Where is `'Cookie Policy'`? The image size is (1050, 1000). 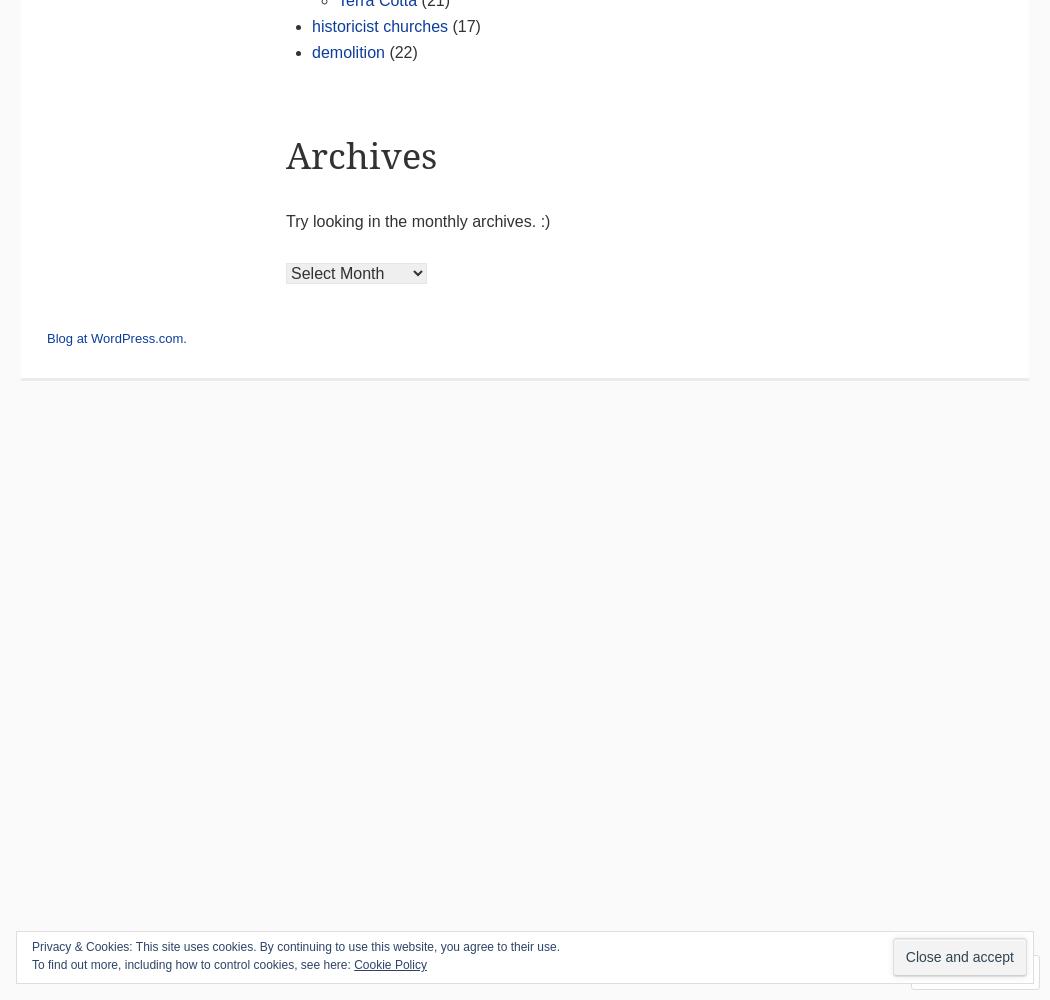 'Cookie Policy' is located at coordinates (389, 964).